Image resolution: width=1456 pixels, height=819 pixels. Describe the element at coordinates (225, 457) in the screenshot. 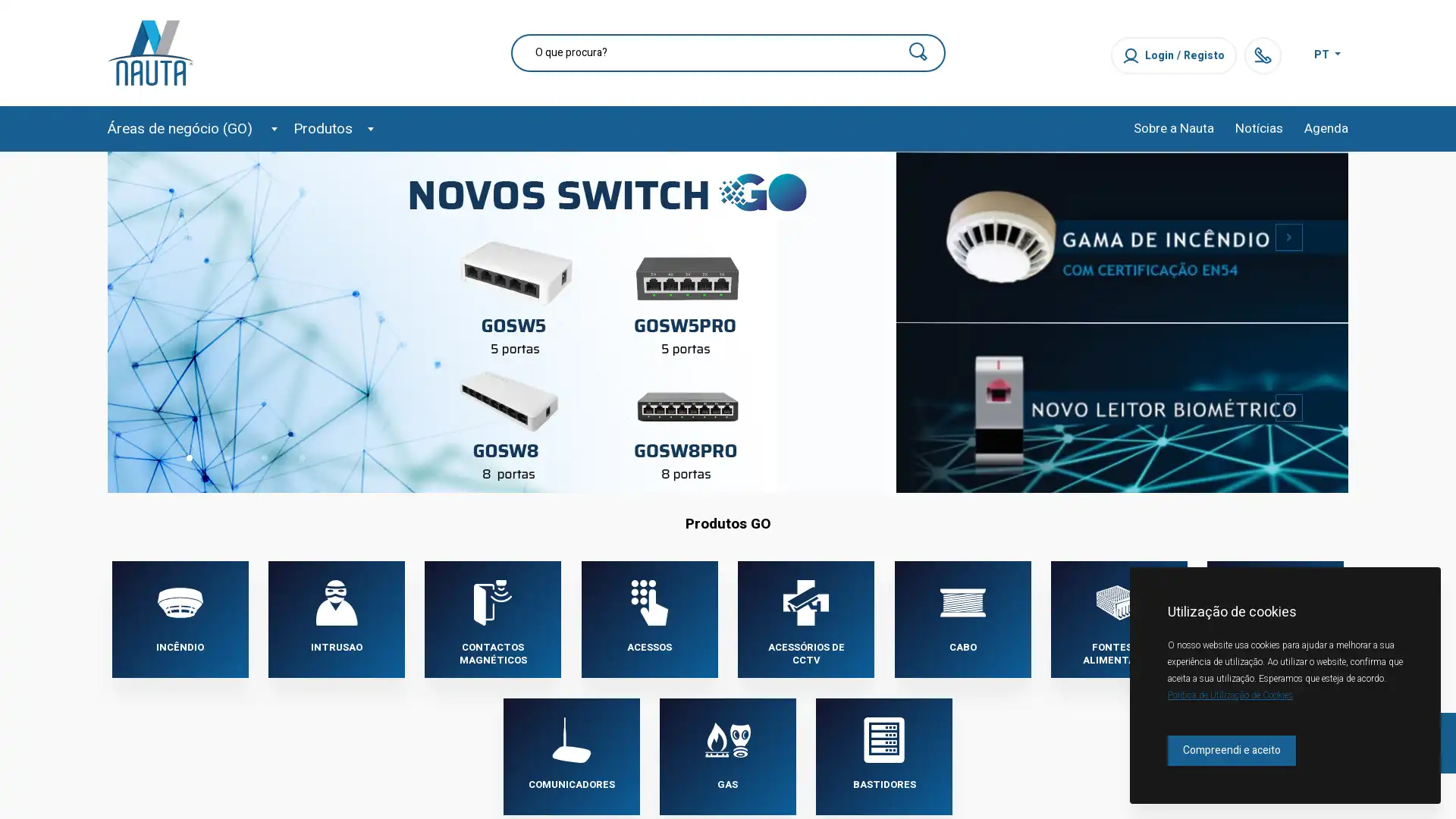

I see `Go to slide 2` at that location.